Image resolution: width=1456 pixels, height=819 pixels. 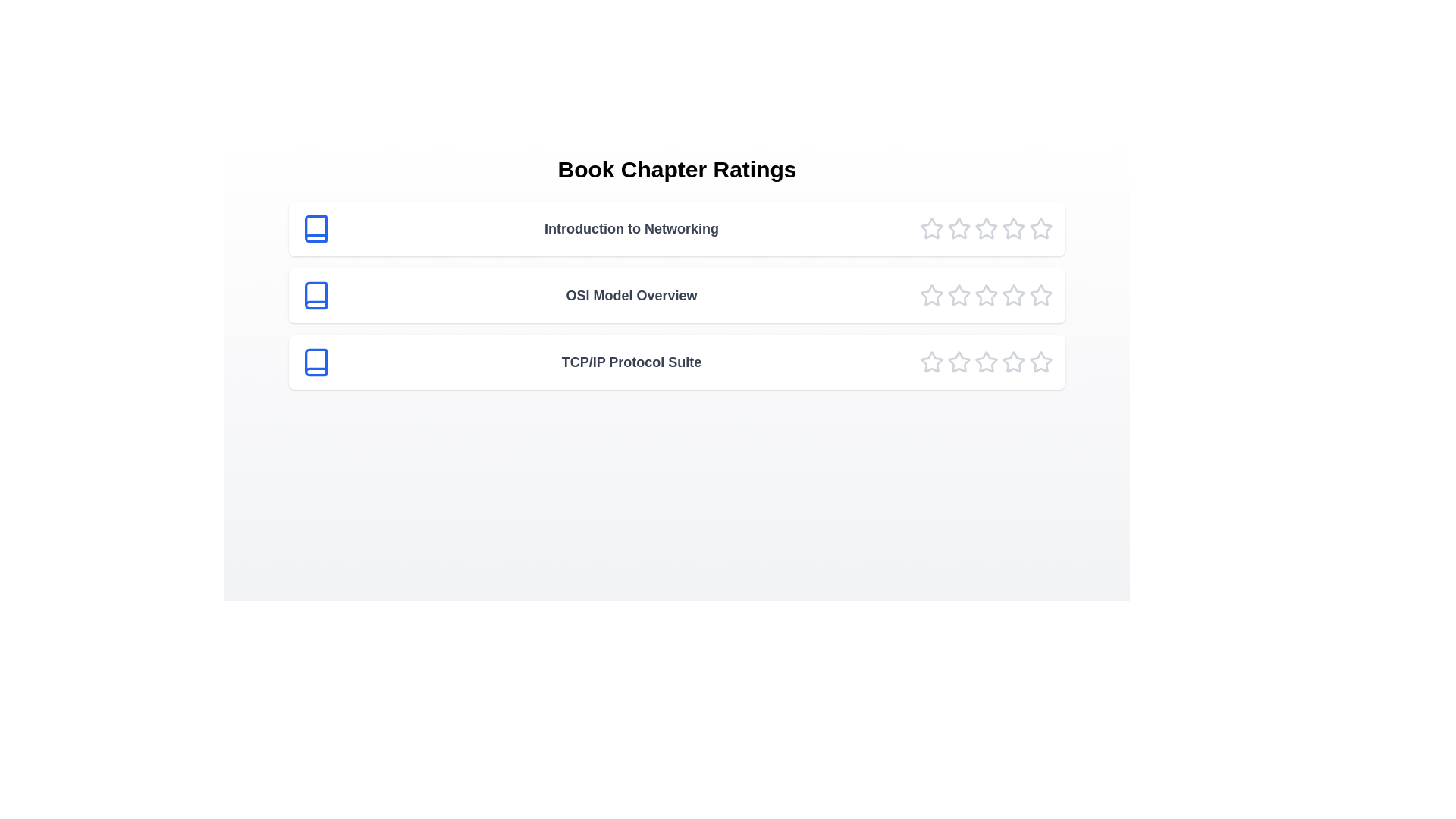 I want to click on the chapter icon for Introduction to Networking to inspect it, so click(x=315, y=228).